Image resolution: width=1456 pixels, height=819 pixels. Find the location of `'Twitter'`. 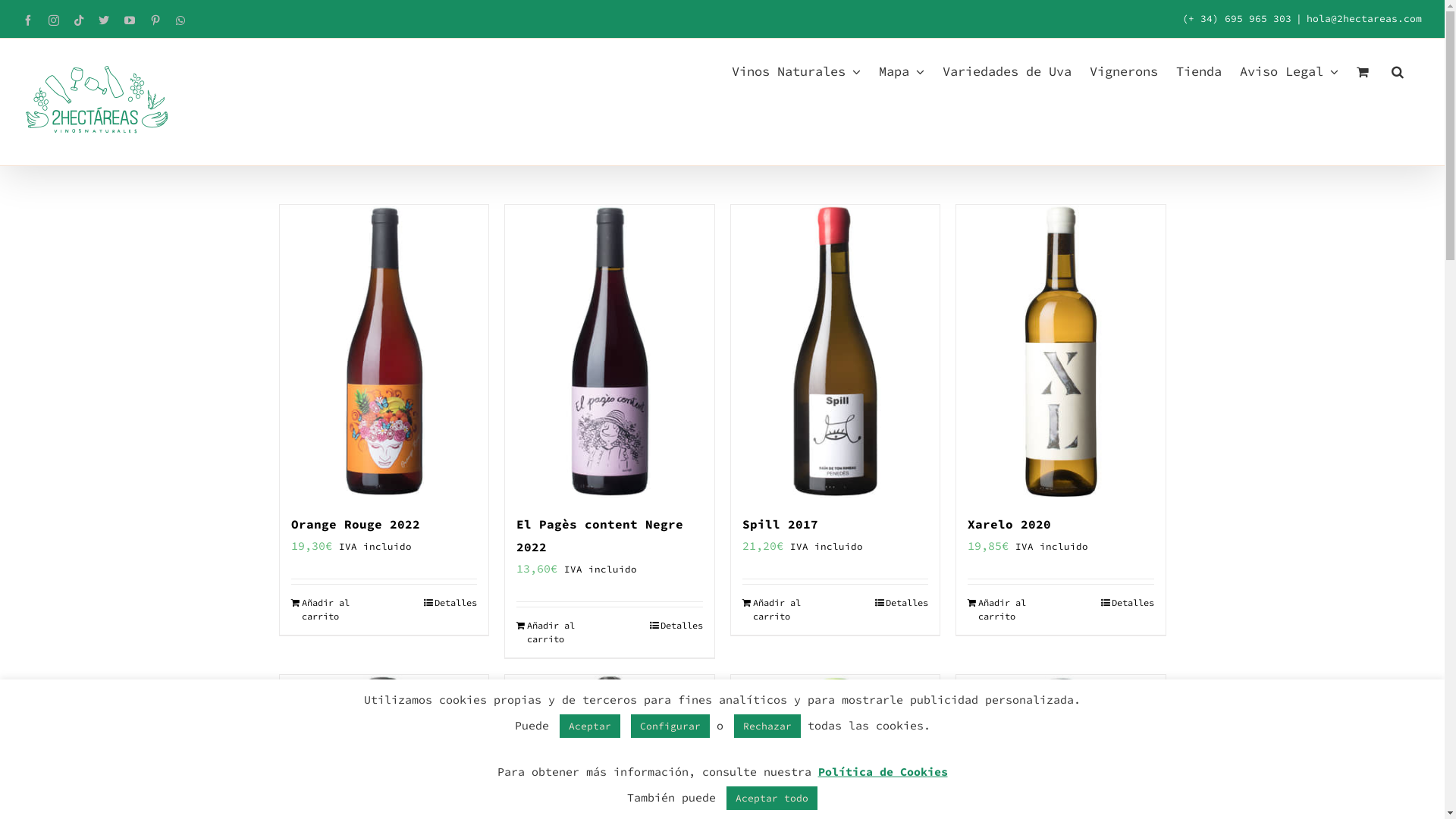

'Twitter' is located at coordinates (103, 20).